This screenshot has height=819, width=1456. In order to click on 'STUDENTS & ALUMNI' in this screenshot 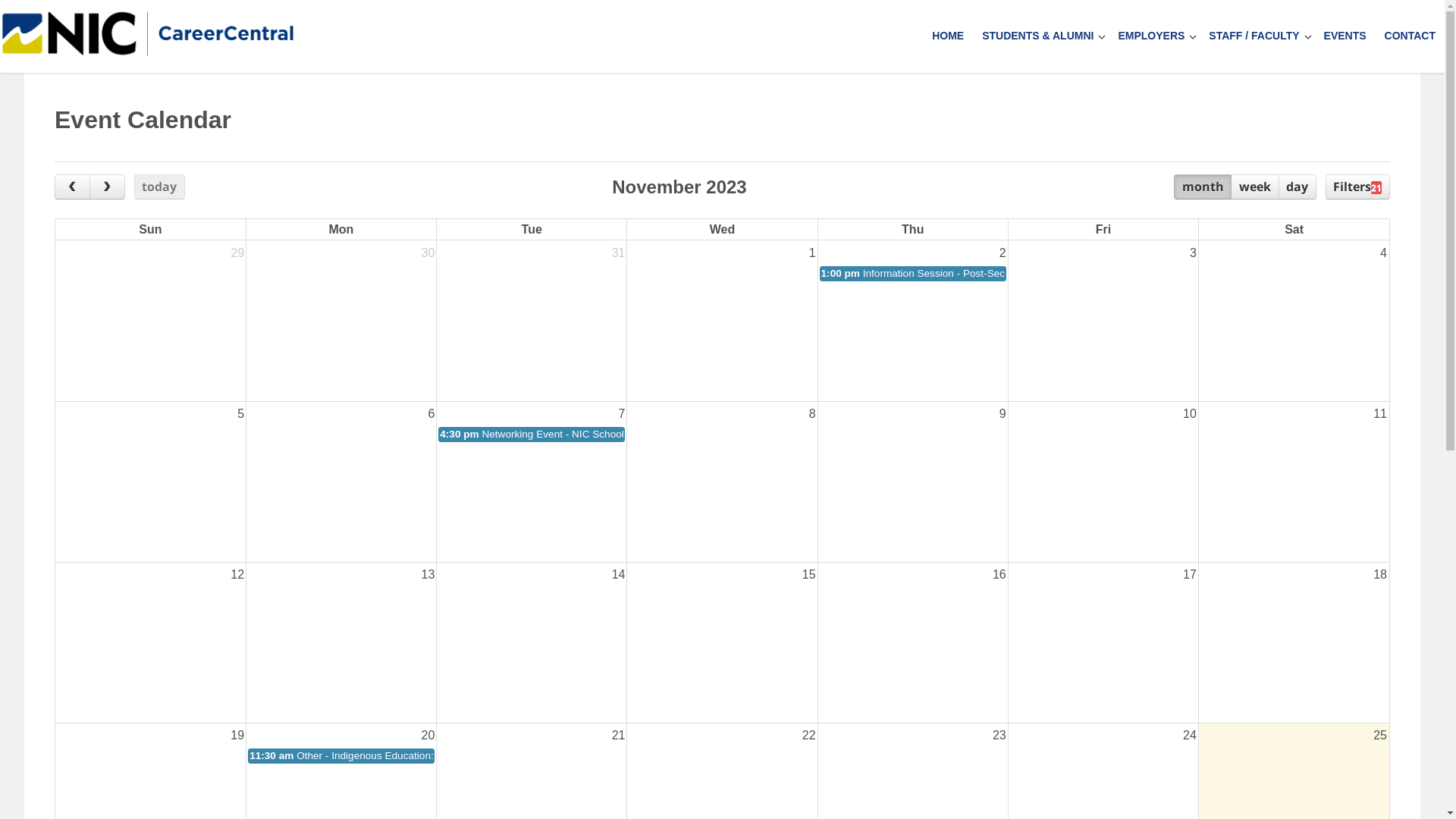, I will do `click(972, 35)`.